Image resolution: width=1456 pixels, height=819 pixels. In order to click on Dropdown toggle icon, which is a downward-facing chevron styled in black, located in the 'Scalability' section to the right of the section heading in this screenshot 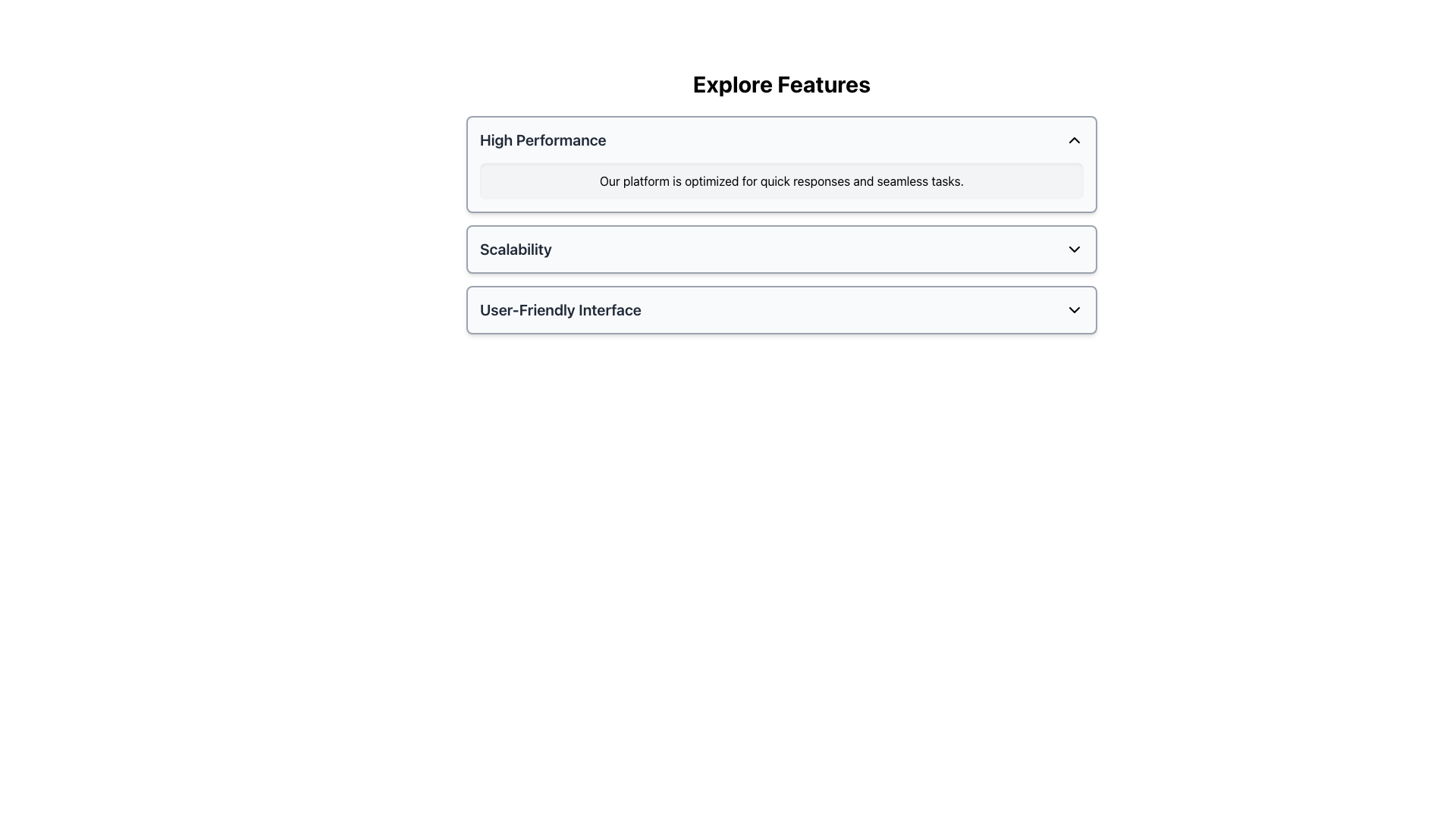, I will do `click(1073, 248)`.